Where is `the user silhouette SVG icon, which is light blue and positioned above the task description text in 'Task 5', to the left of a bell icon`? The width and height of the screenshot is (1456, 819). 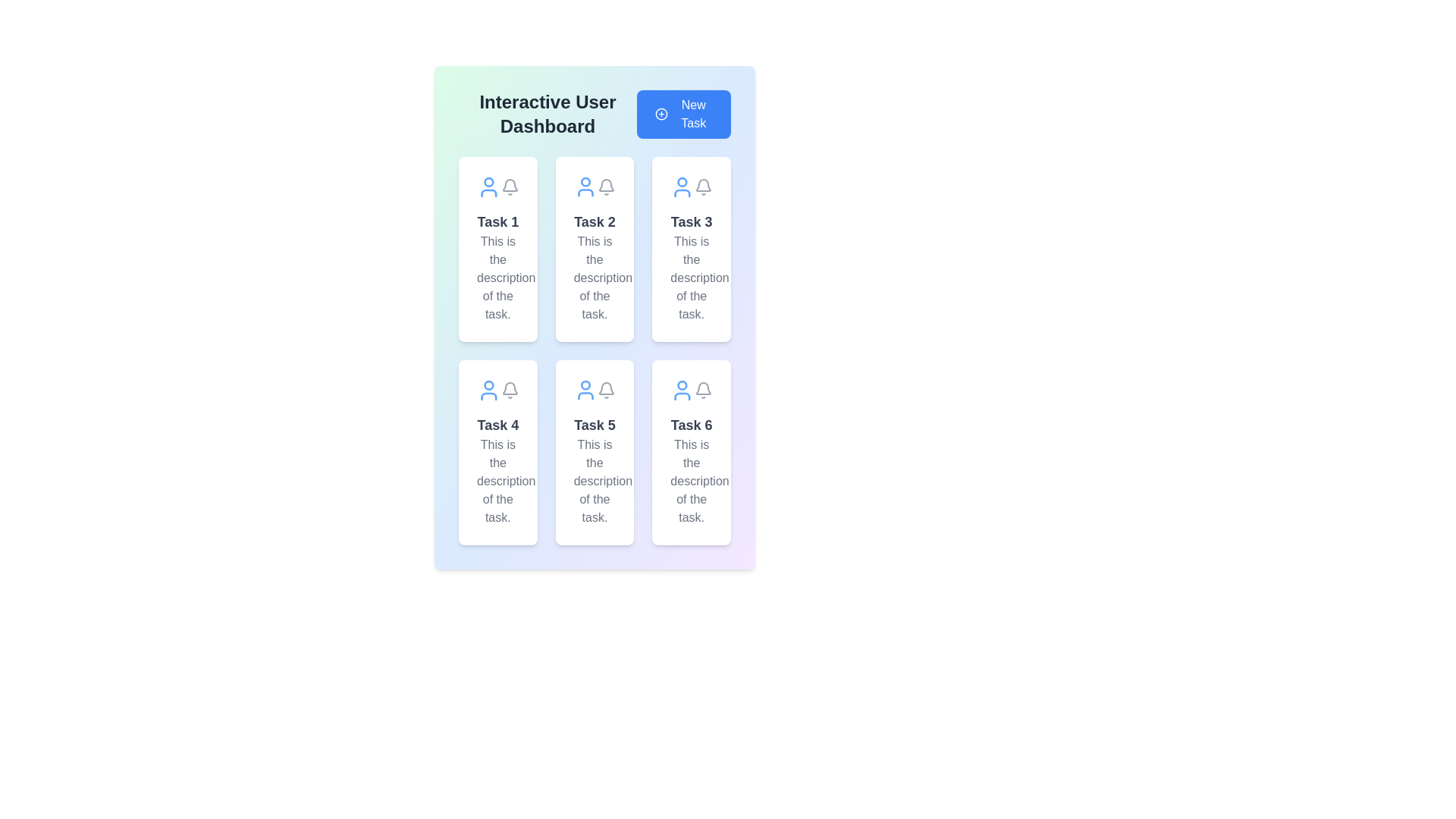 the user silhouette SVG icon, which is light blue and positioned above the task description text in 'Task 5', to the left of a bell icon is located at coordinates (585, 390).